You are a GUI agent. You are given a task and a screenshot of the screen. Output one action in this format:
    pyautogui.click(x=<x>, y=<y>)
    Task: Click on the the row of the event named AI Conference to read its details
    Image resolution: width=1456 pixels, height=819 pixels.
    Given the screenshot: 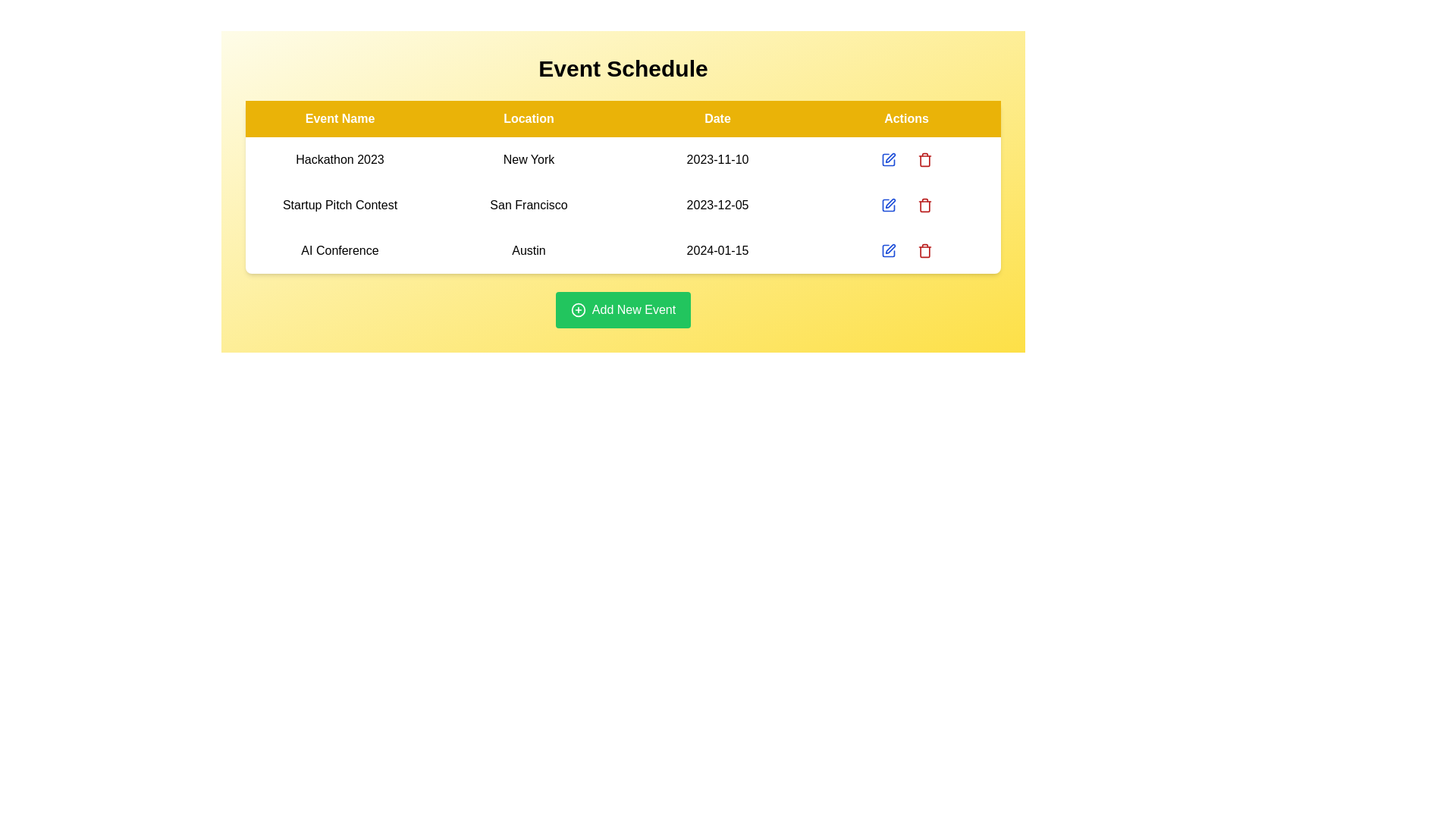 What is the action you would take?
    pyautogui.click(x=339, y=250)
    